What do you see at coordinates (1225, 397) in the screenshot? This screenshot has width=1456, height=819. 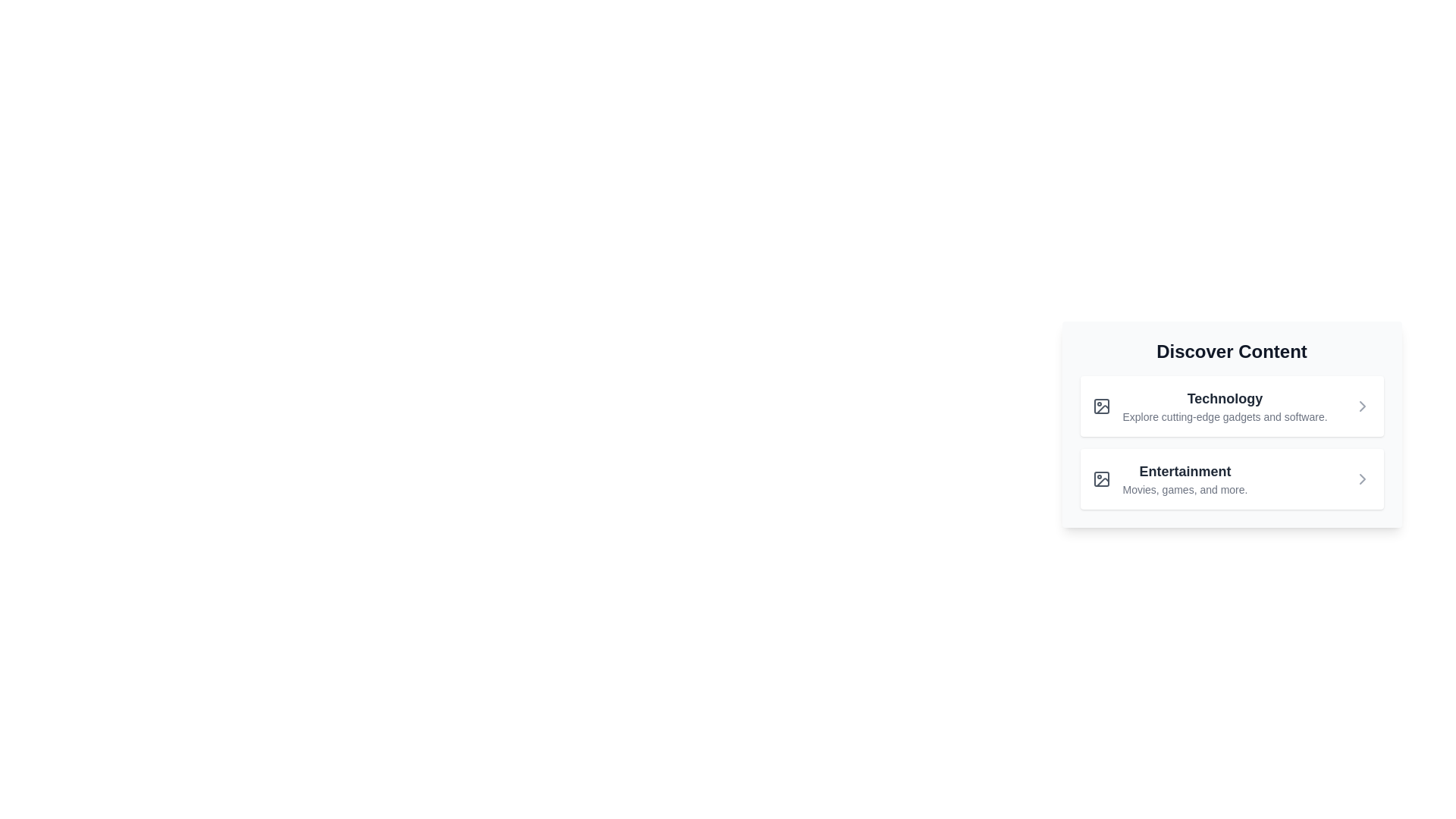 I see `'Technology' label, which is displayed in bold and larger gray font, indicating its significance as a section title` at bounding box center [1225, 397].